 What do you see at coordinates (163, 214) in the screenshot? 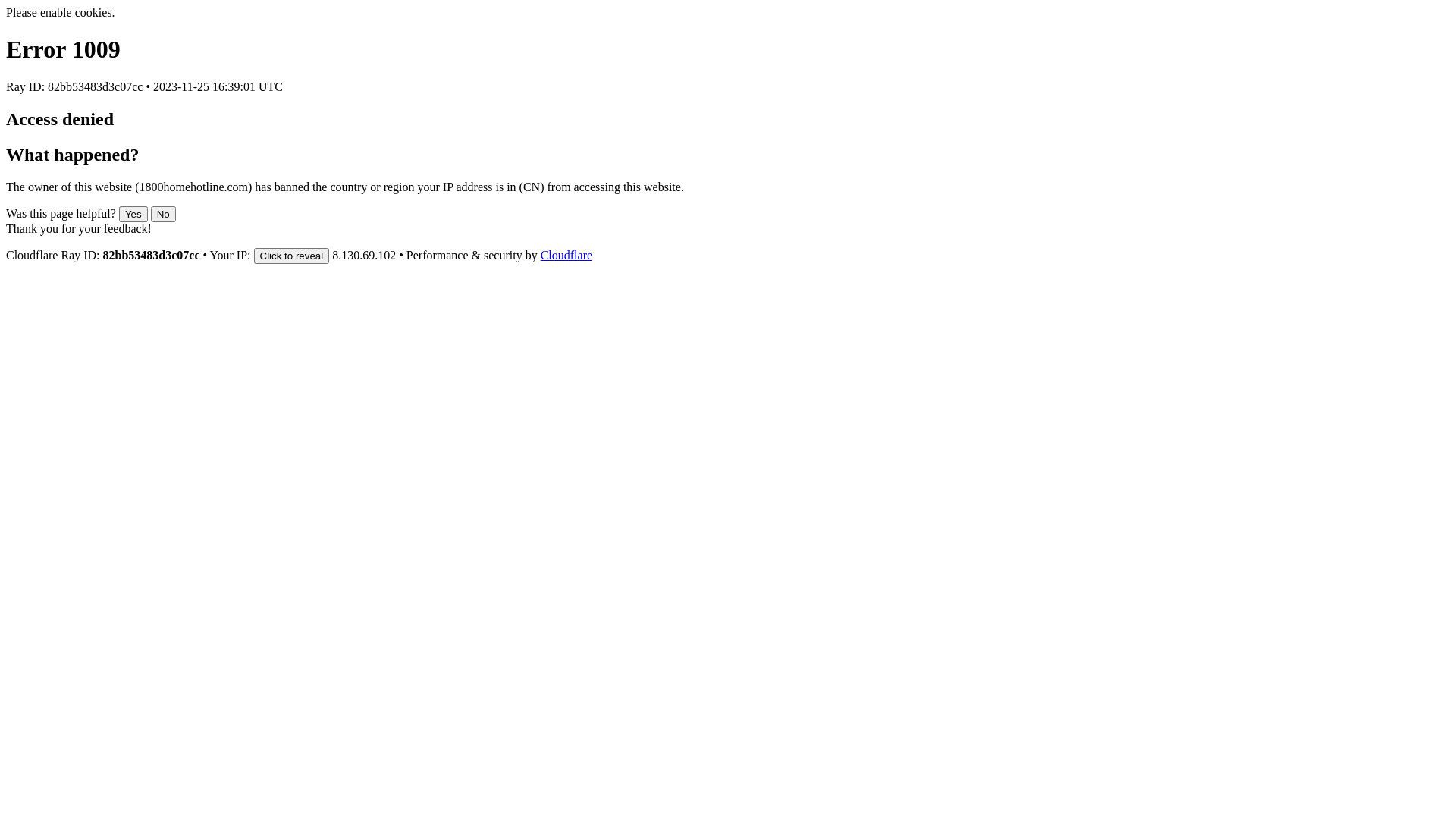
I see `'No'` at bounding box center [163, 214].